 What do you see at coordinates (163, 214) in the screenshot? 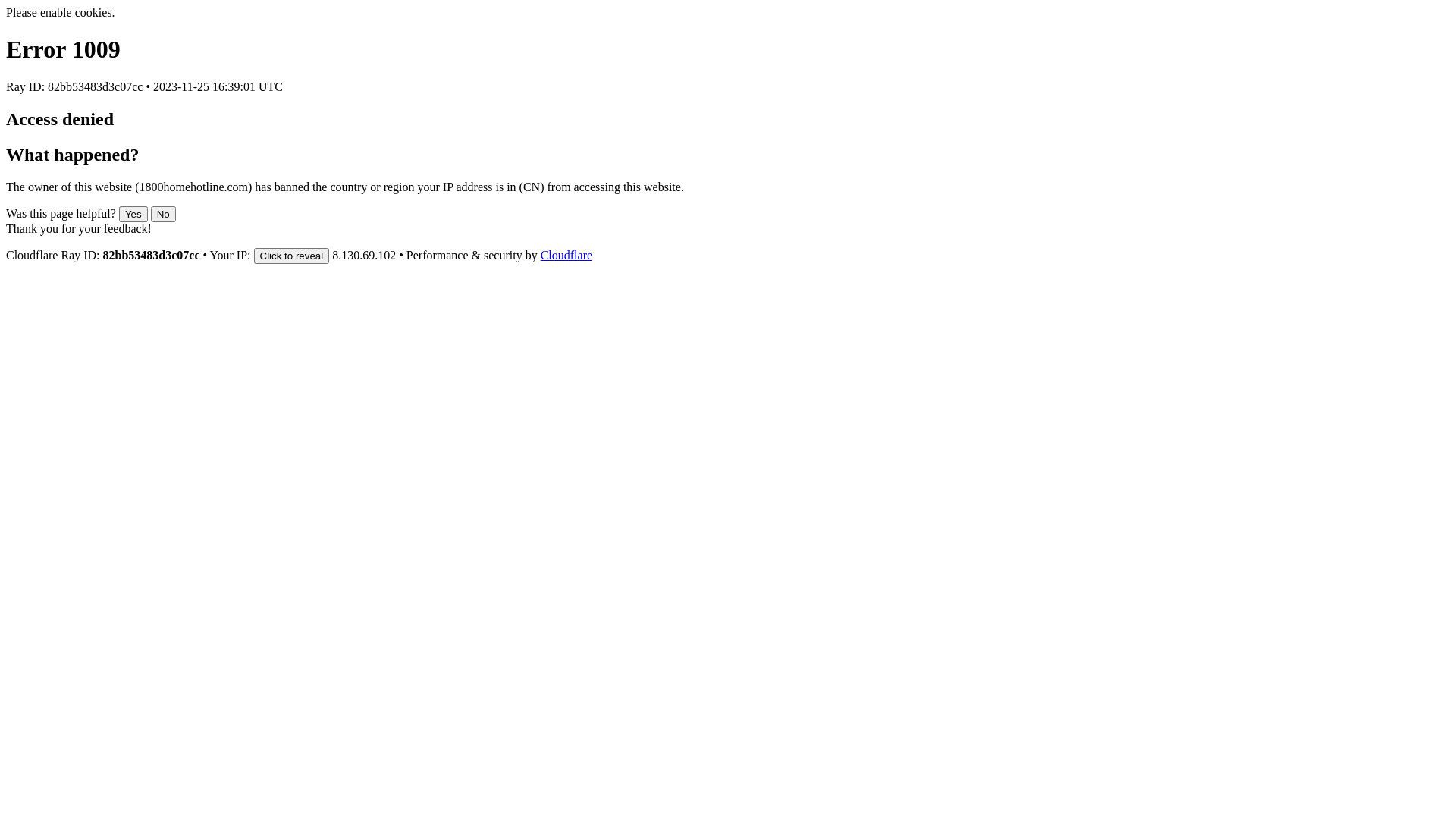
I see `'No'` at bounding box center [163, 214].